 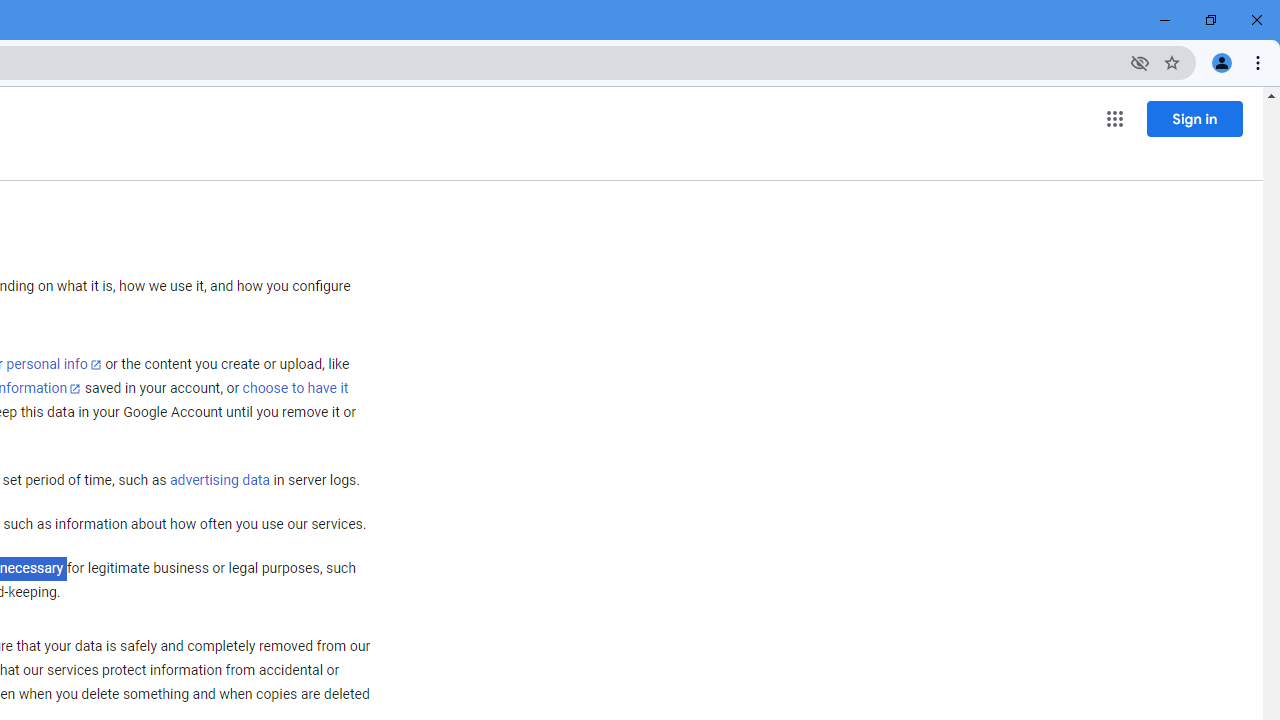 What do you see at coordinates (219, 481) in the screenshot?
I see `'advertising data'` at bounding box center [219, 481].